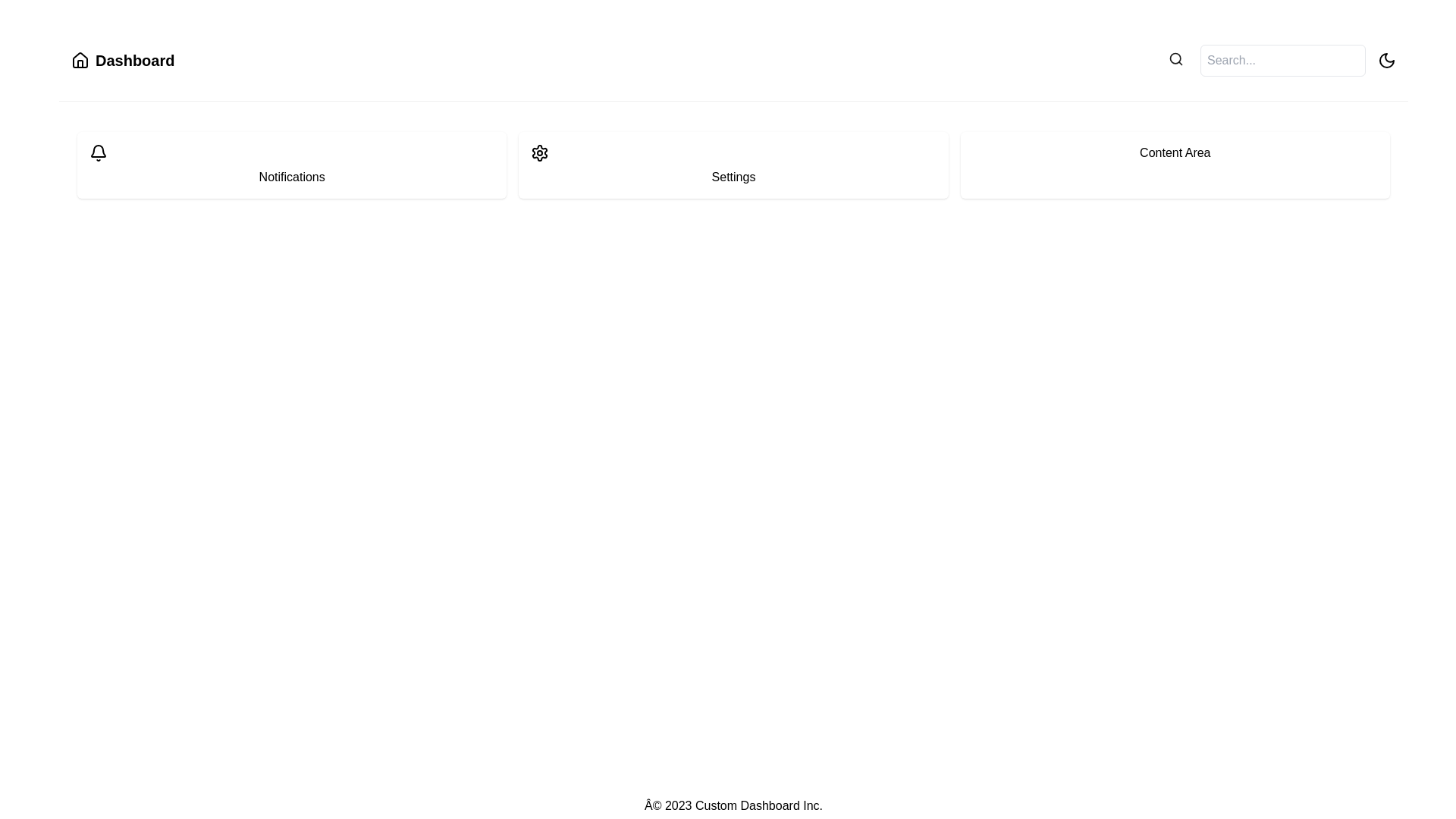 Image resolution: width=1456 pixels, height=819 pixels. I want to click on the bell icon for notifications, which is an outline SVG element located above the 'Notifications' label, so click(97, 152).